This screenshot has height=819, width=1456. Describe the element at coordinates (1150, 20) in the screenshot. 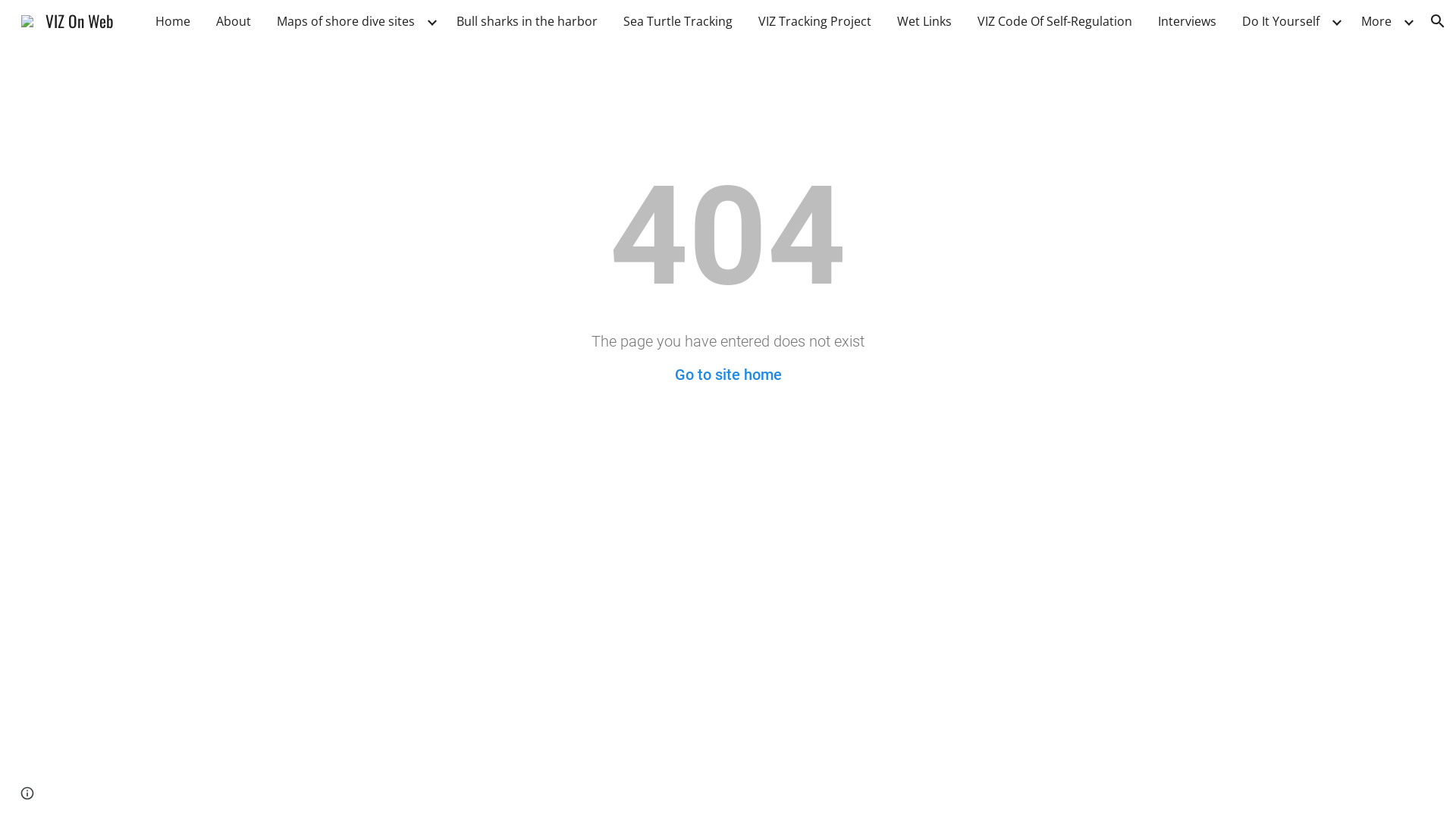

I see `'Interviews'` at that location.